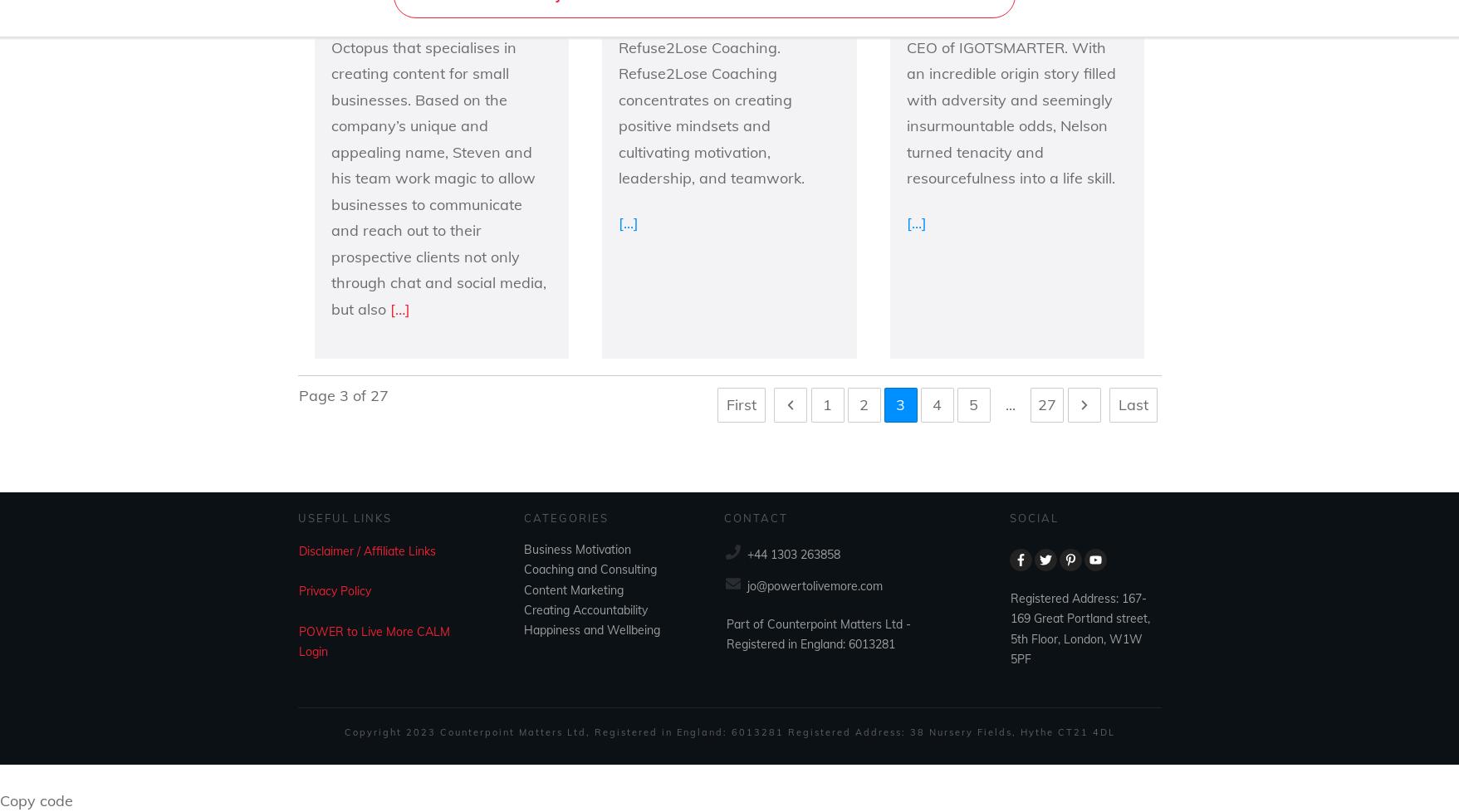 The image size is (1459, 812). I want to click on 'jo@powertolivemore.com', so click(813, 586).